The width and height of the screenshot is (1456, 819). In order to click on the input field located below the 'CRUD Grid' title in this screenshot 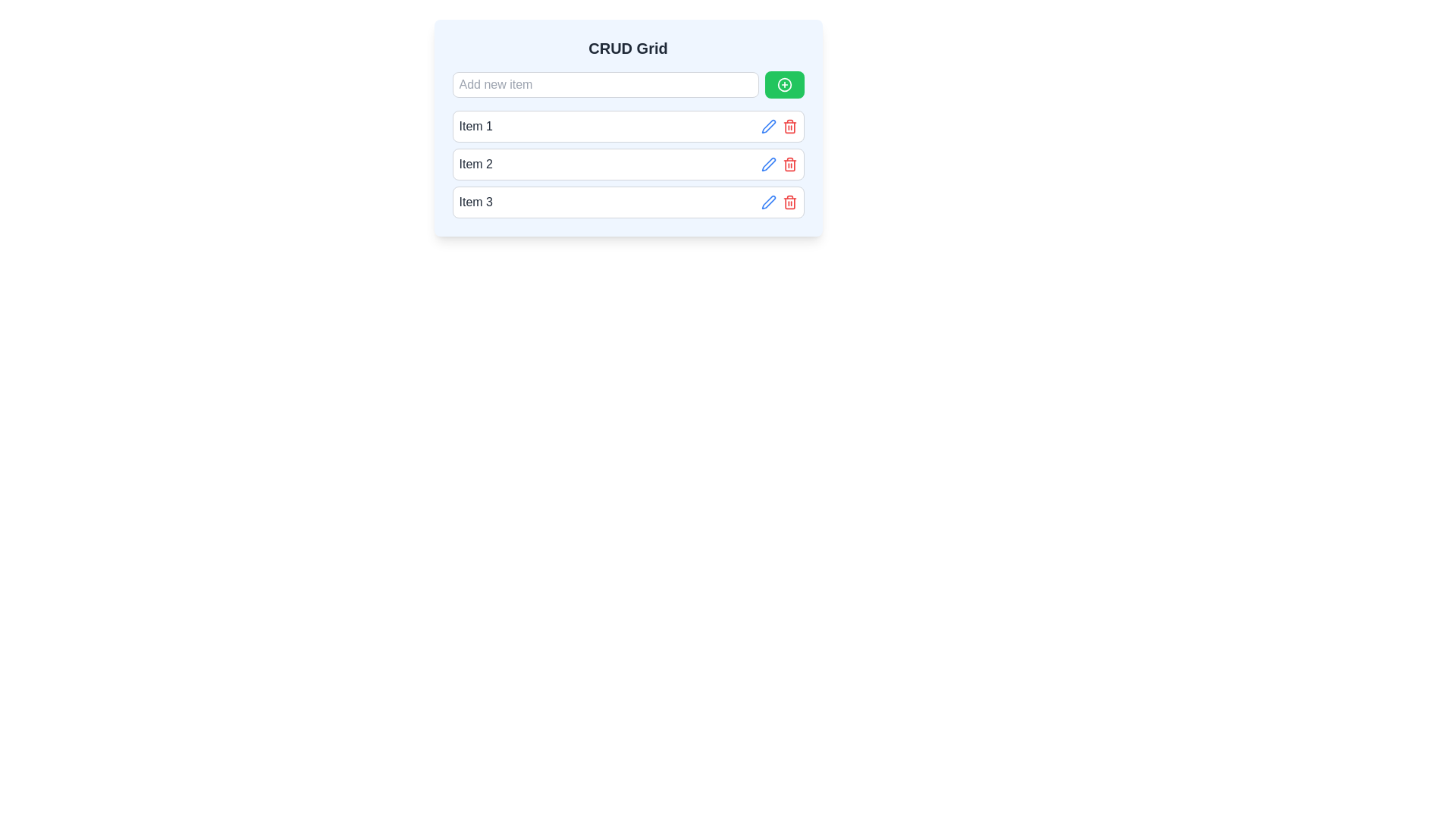, I will do `click(628, 84)`.